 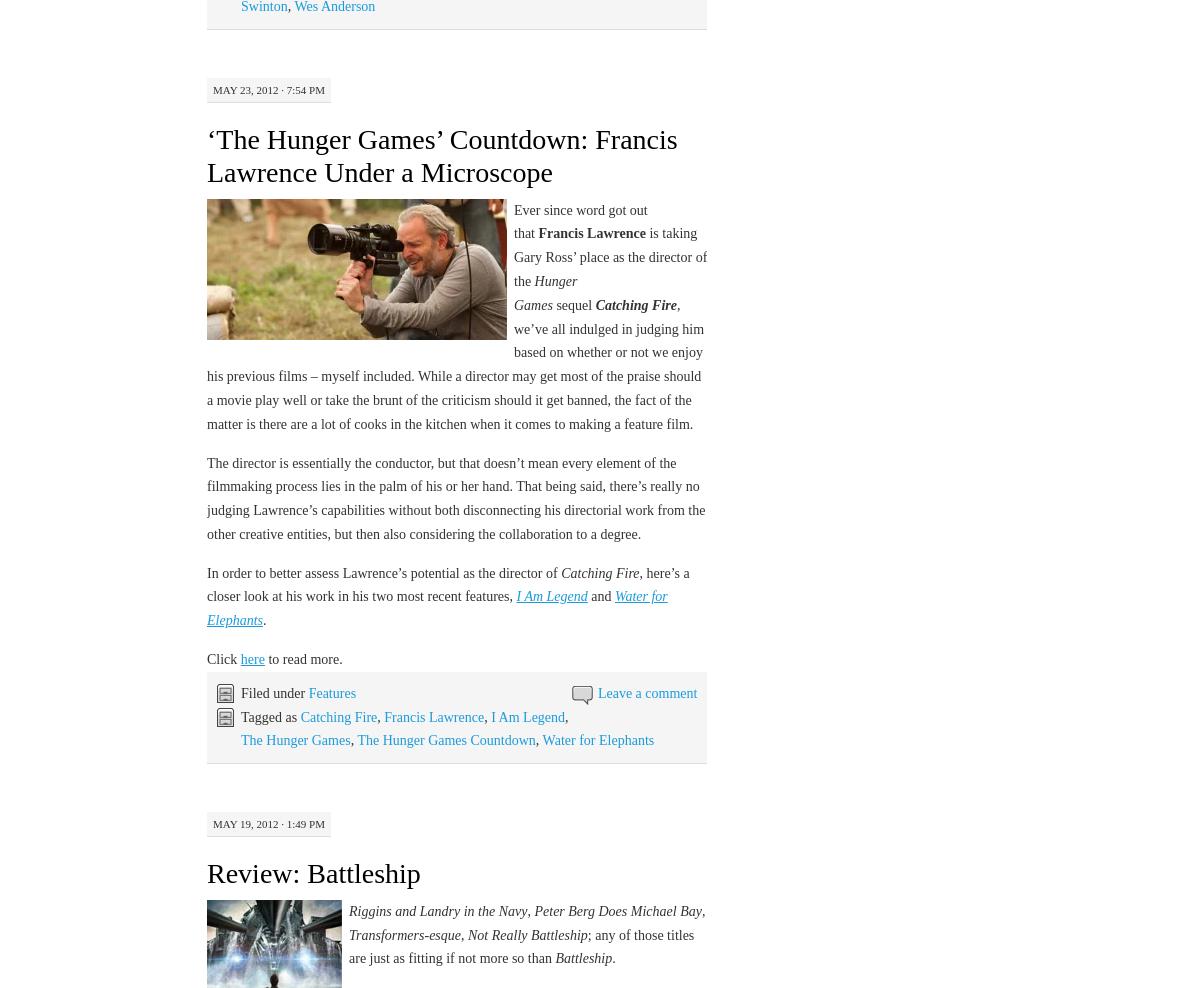 What do you see at coordinates (441, 154) in the screenshot?
I see `'‘The Hunger Games’ Countdown: Francis Lawrence Under a Microscope'` at bounding box center [441, 154].